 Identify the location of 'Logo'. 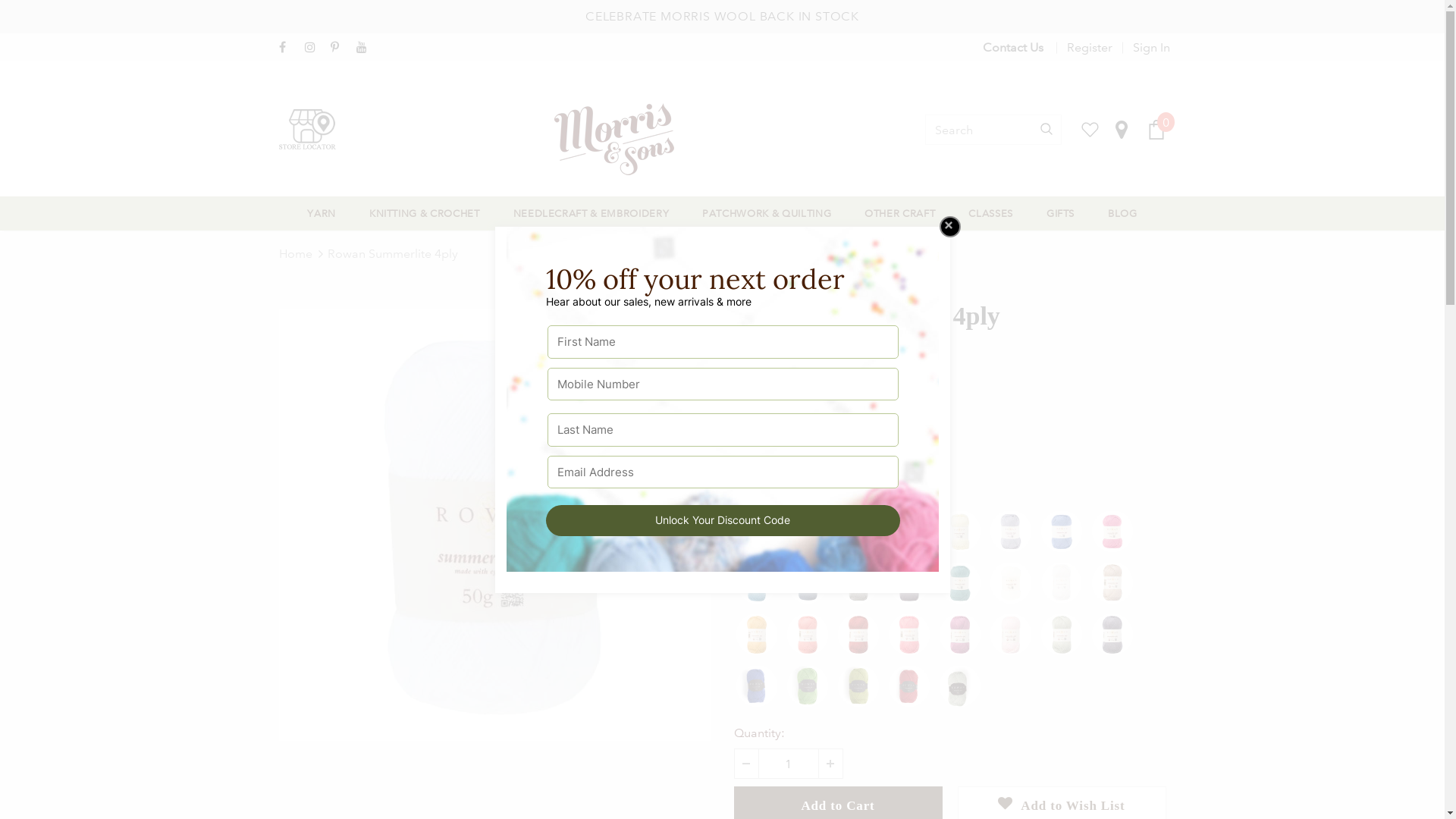
(629, 139).